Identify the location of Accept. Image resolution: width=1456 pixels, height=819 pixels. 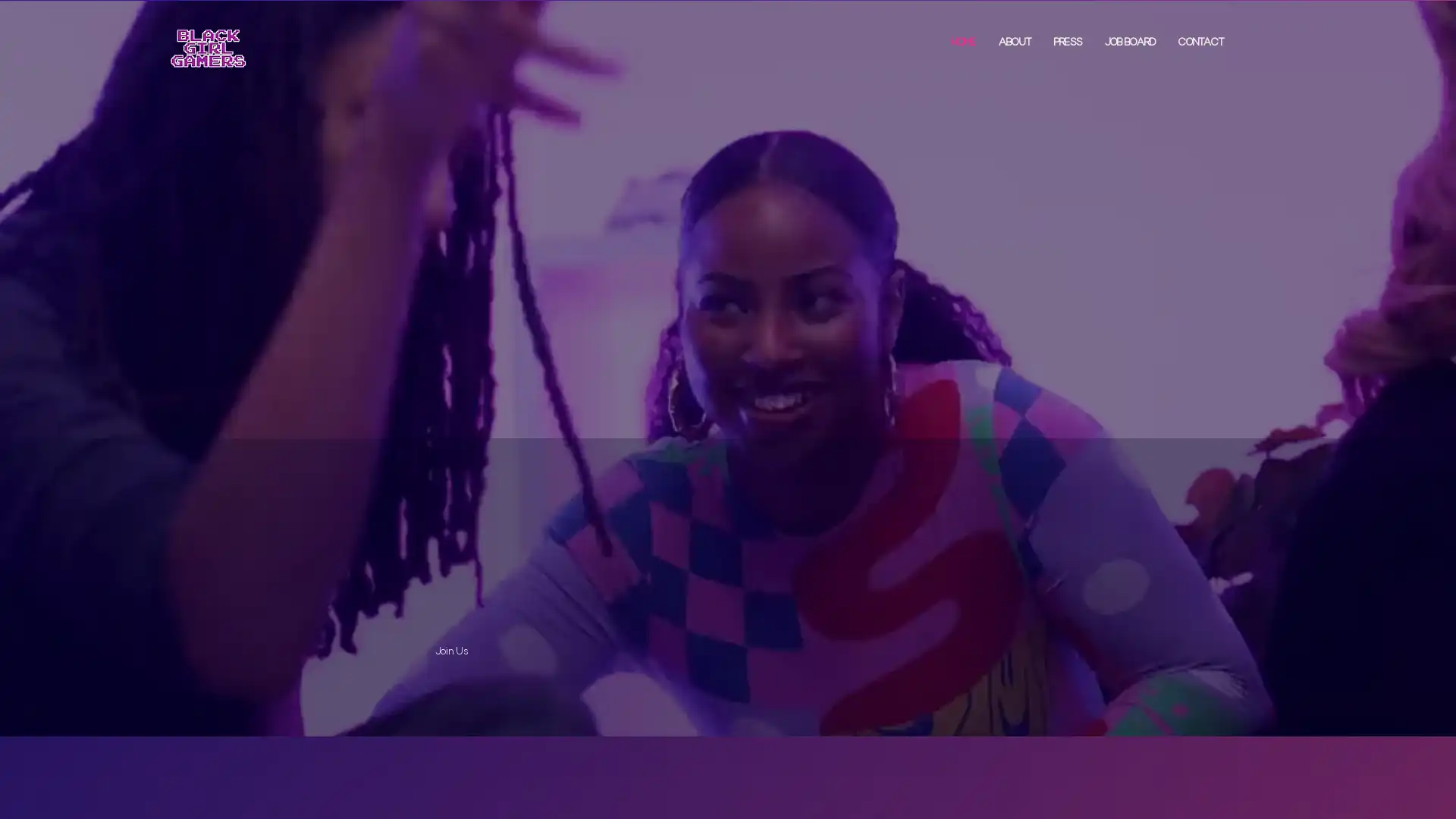
(1391, 794).